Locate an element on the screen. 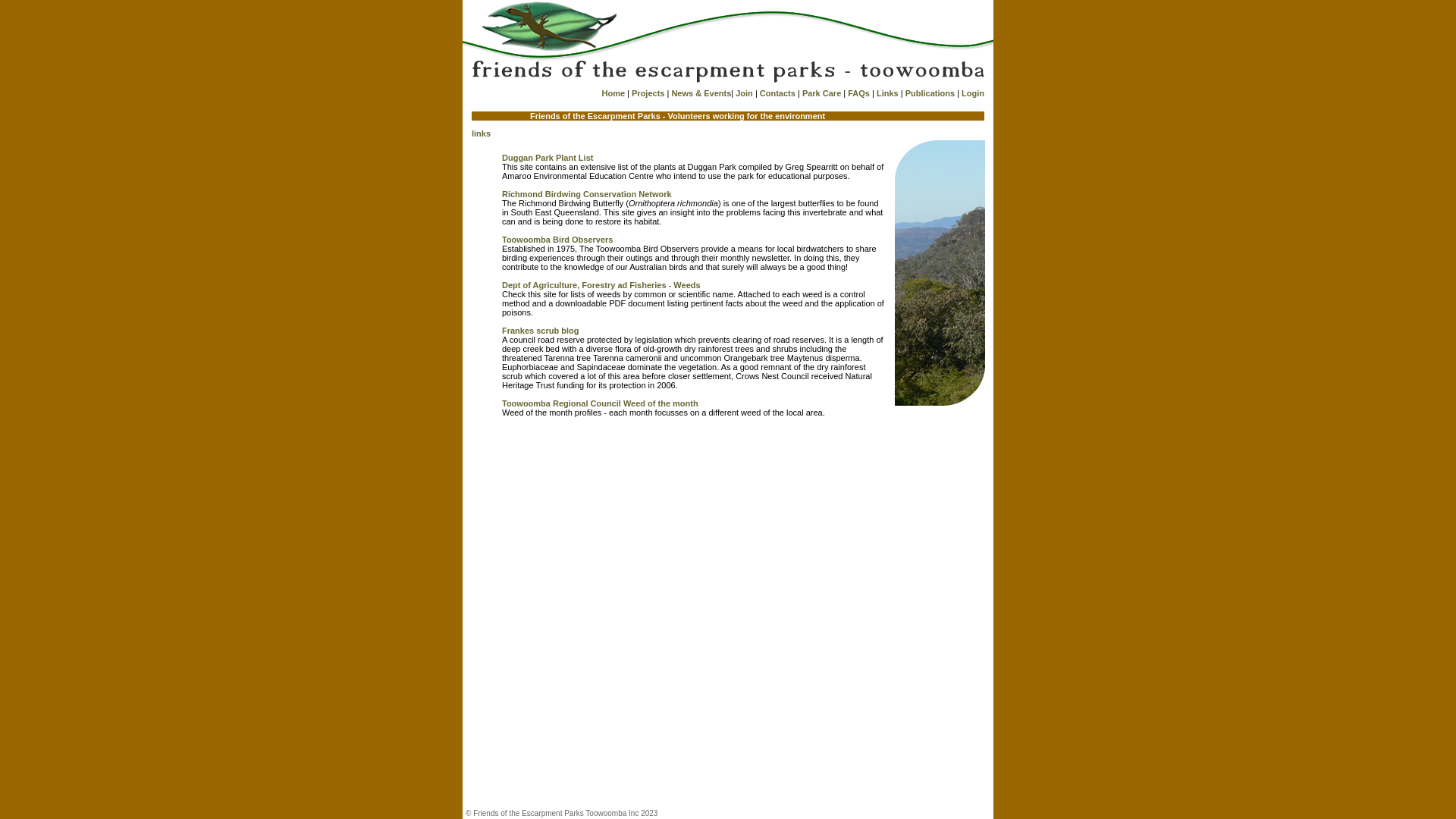 The width and height of the screenshot is (1456, 819). 'Park Care' is located at coordinates (821, 93).